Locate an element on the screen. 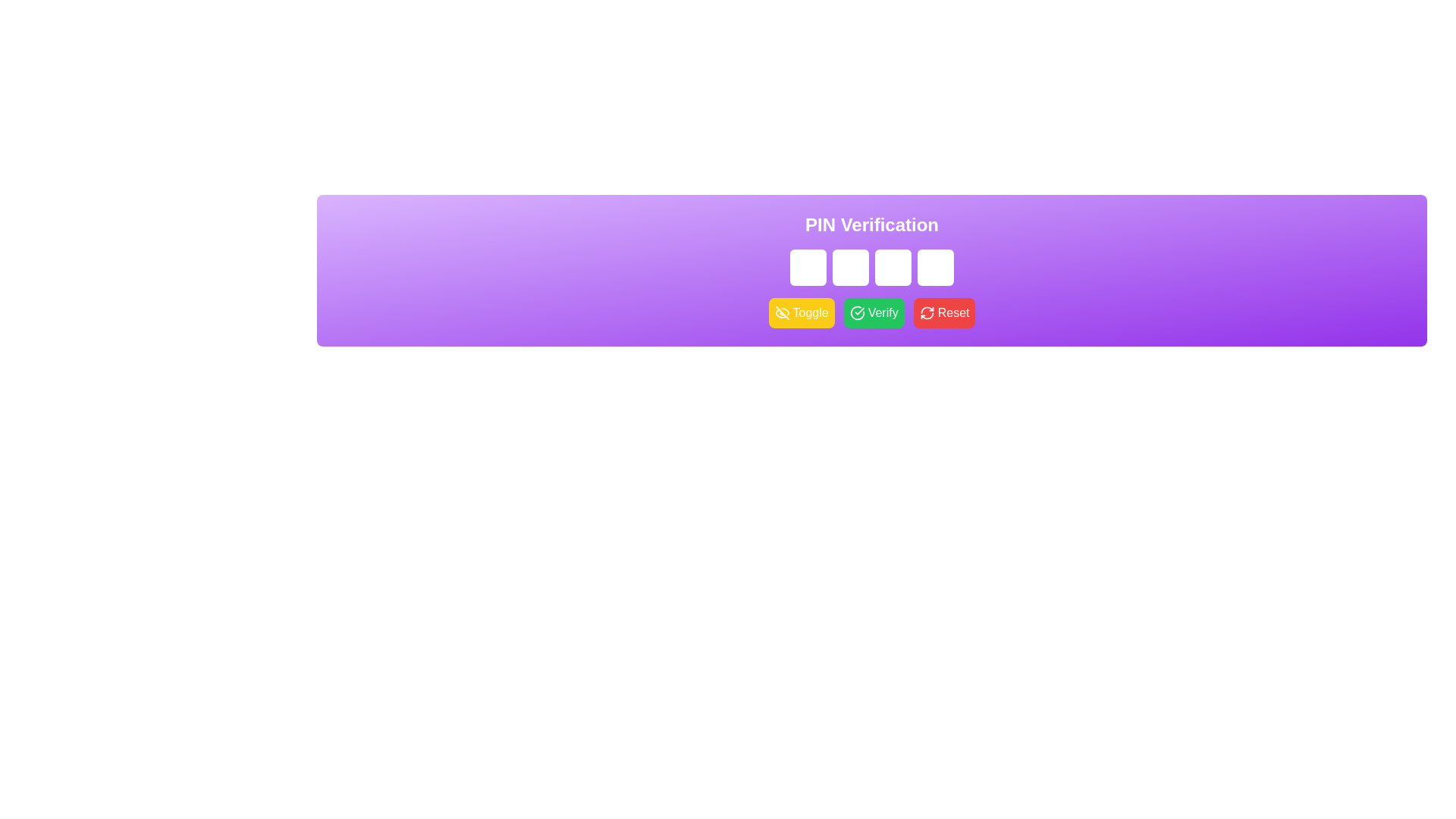 The width and height of the screenshot is (1456, 819). the 'Reset' label inside the third button of the button group, which is styled with white text on a red background is located at coordinates (952, 312).